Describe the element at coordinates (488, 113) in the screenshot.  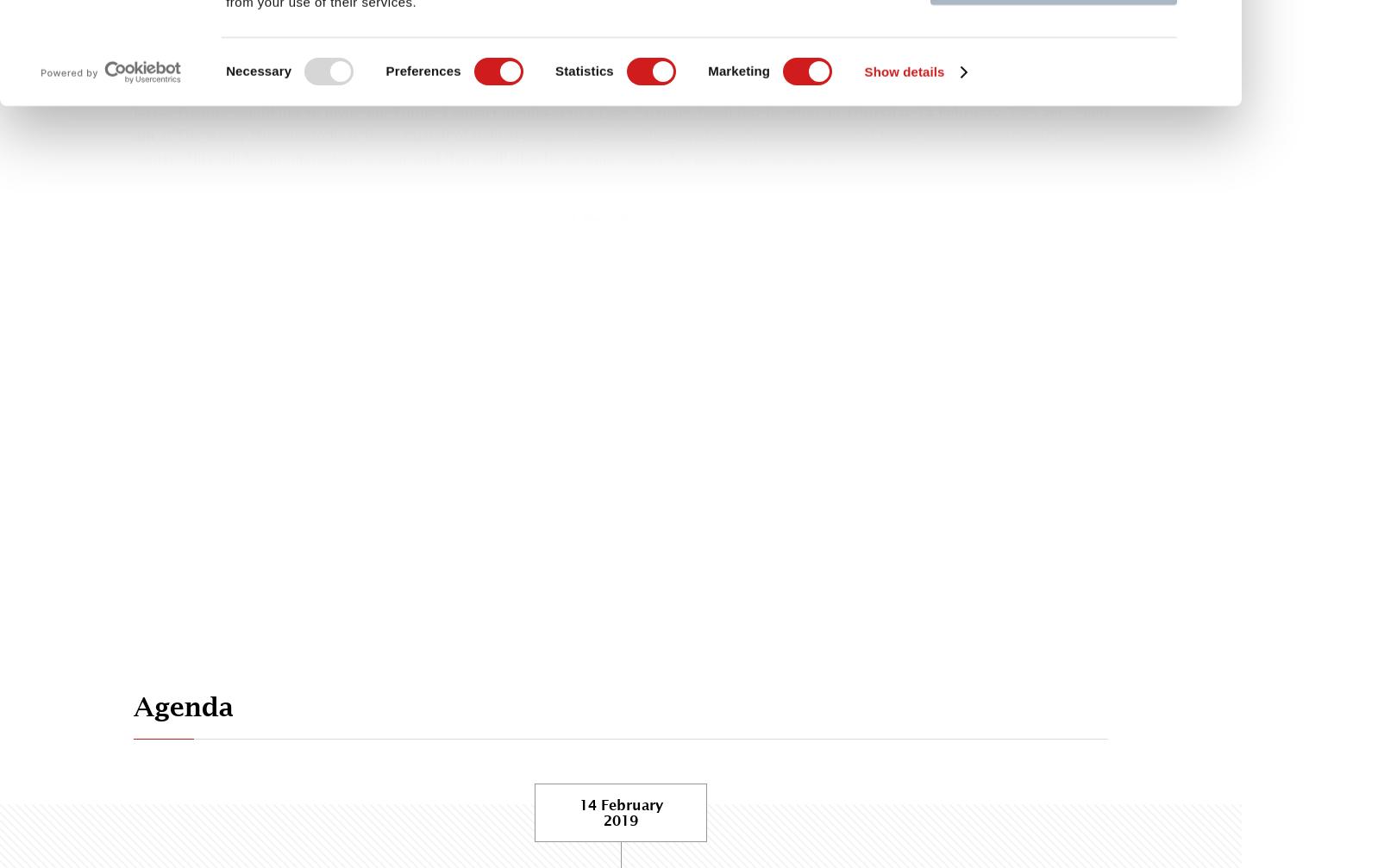
I see `'Jersey Finance would like to invite our Future Connect members to a Love Factually breakfast briefing on'` at that location.